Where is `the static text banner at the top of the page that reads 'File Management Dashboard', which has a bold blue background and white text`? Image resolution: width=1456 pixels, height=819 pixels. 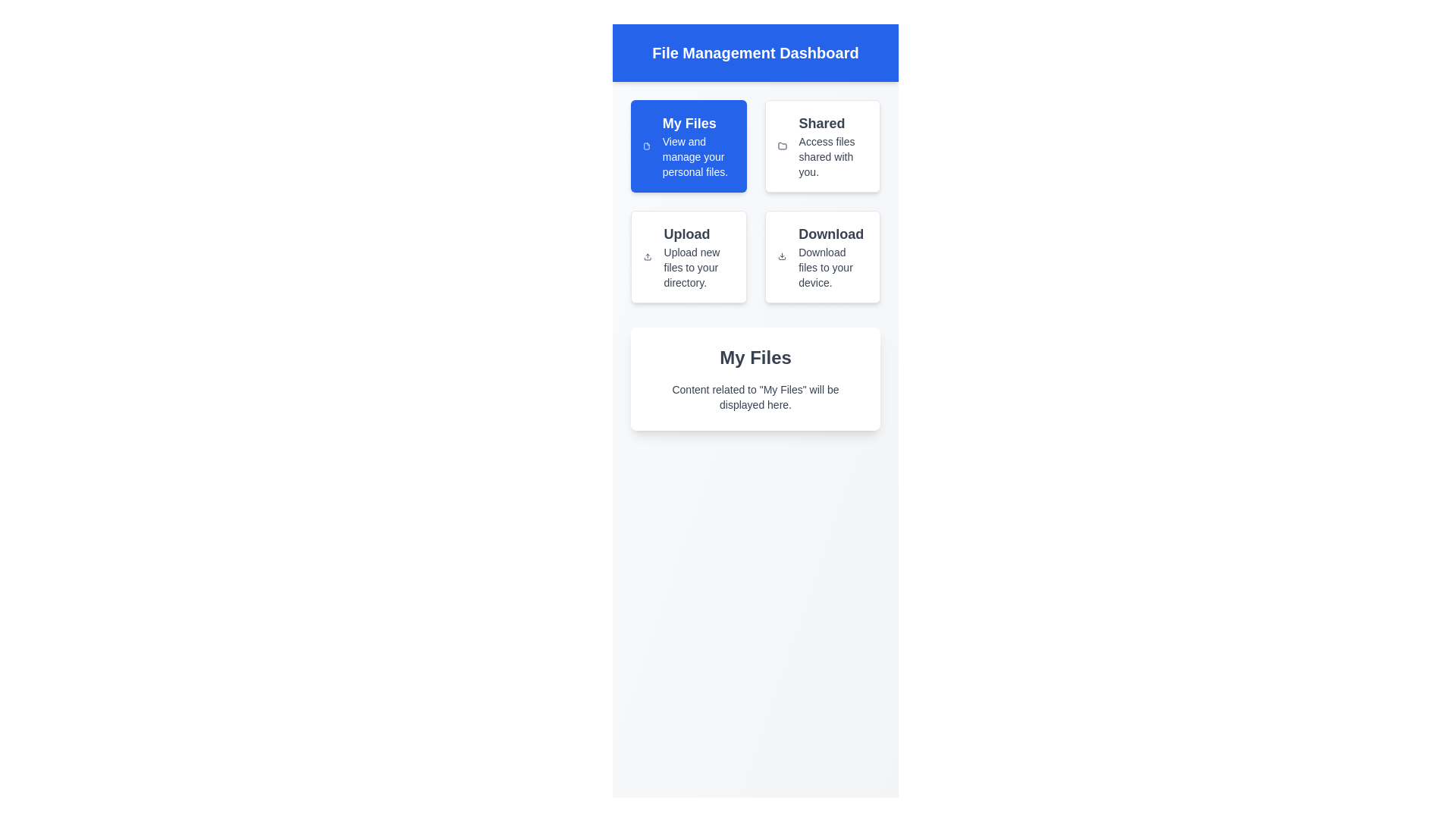
the static text banner at the top of the page that reads 'File Management Dashboard', which has a bold blue background and white text is located at coordinates (755, 52).